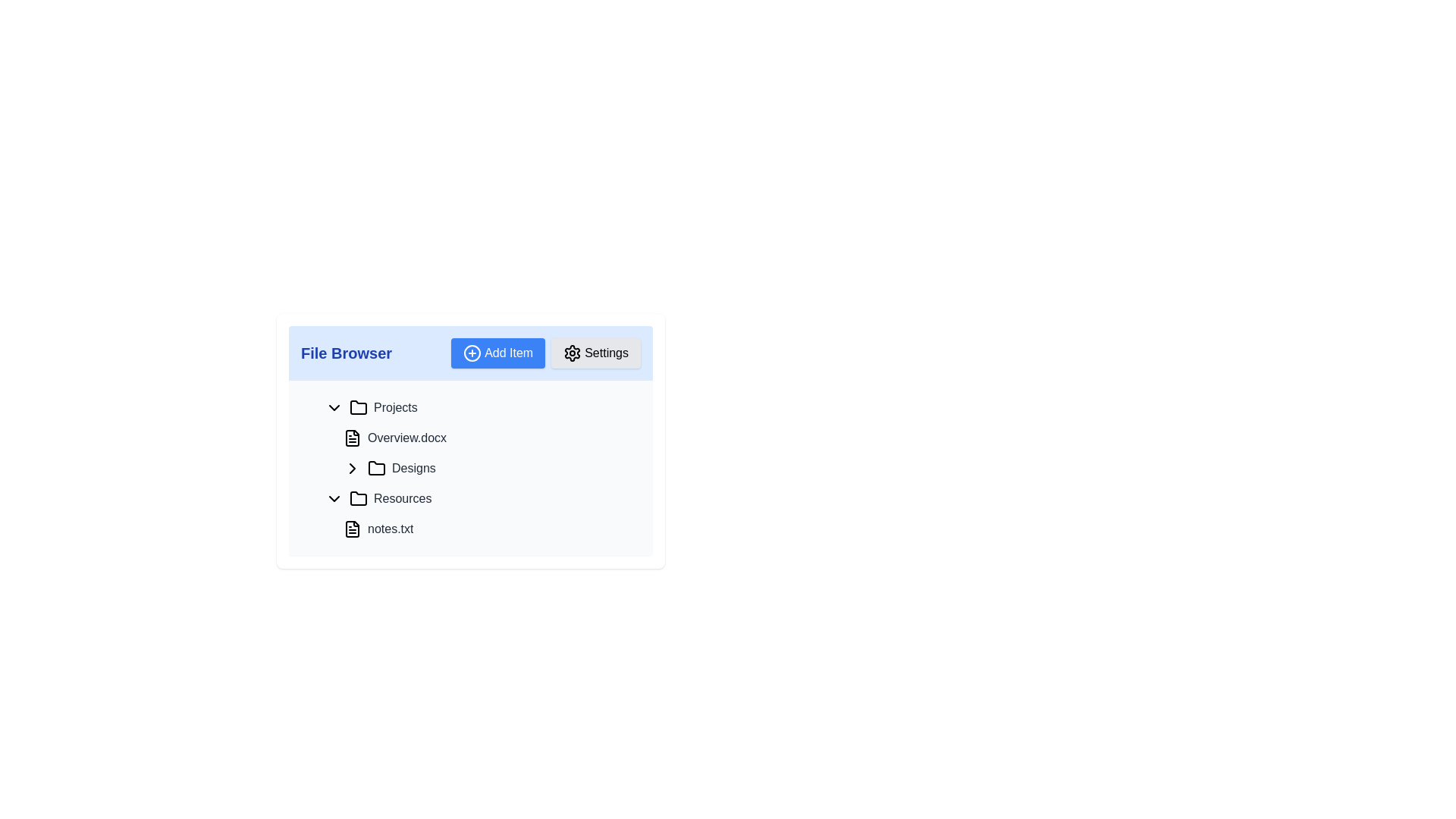 Image resolution: width=1456 pixels, height=819 pixels. What do you see at coordinates (352, 467) in the screenshot?
I see `the arrow icon to the left of the 'Designs' text label, which serves as a navigation component for expanding the 'Designs' folder` at bounding box center [352, 467].